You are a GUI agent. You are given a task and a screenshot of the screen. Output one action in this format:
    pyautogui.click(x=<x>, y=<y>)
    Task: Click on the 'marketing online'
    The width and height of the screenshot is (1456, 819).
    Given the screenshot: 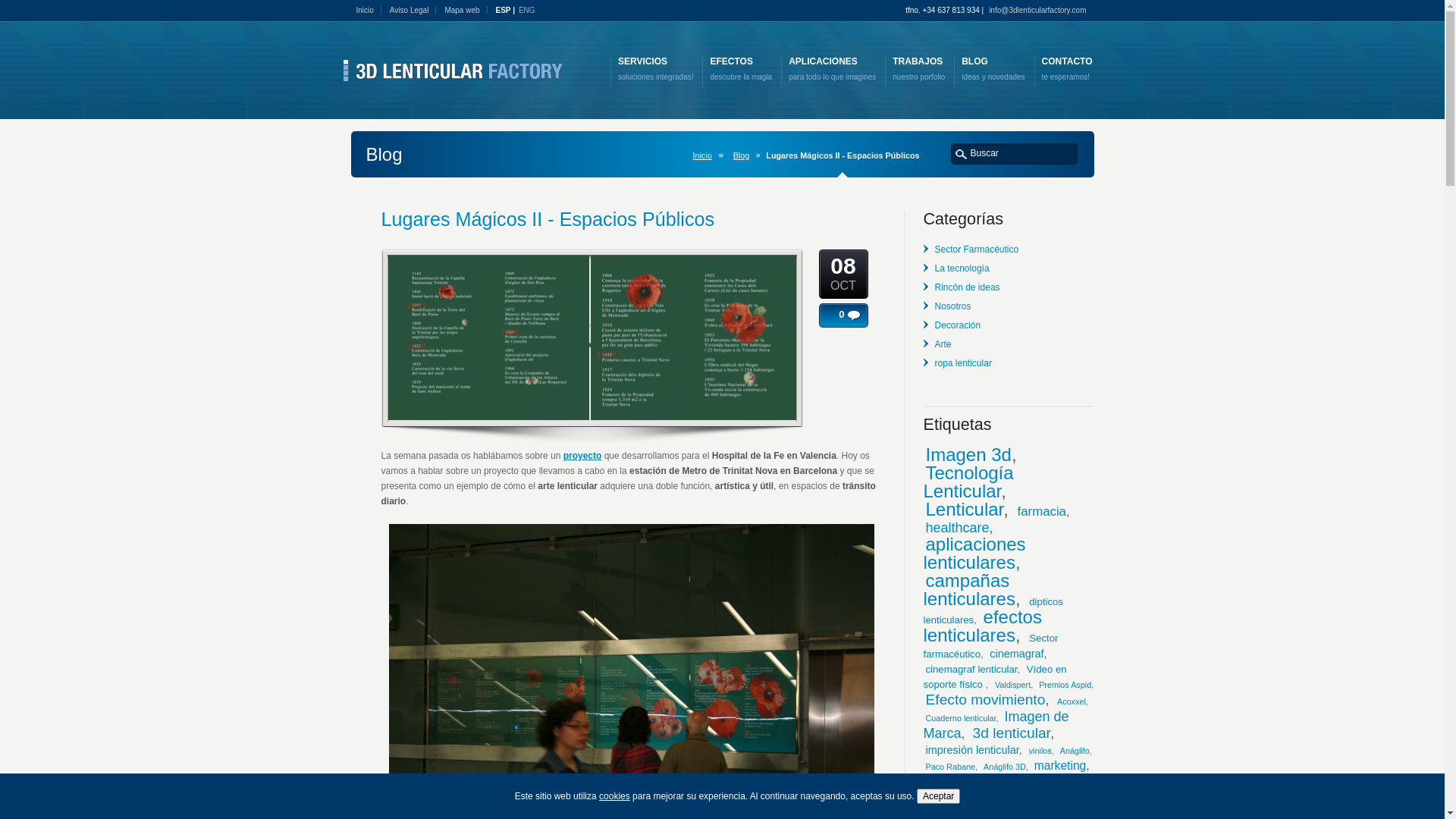 What is the action you would take?
    pyautogui.click(x=1026, y=798)
    